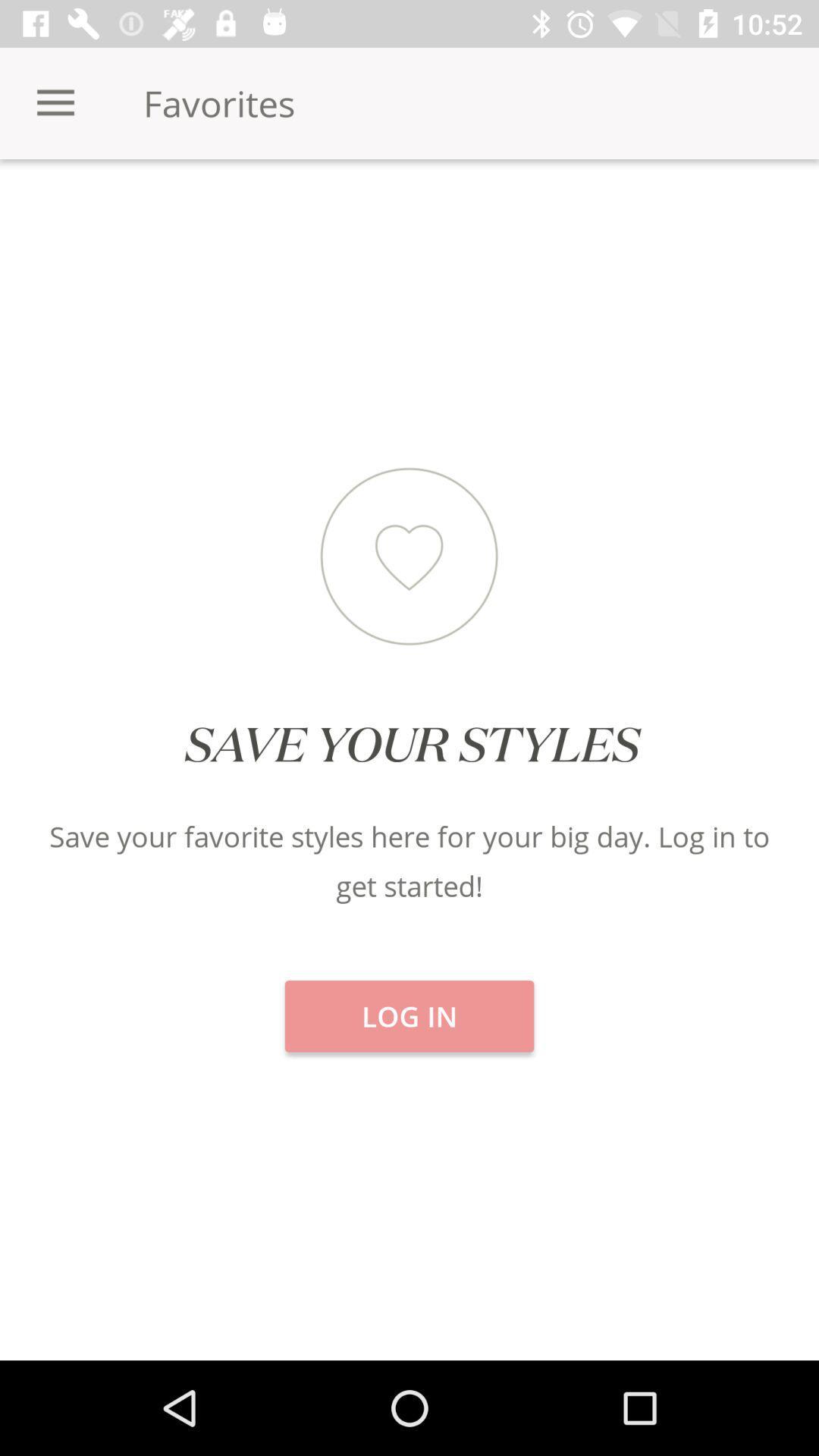 The height and width of the screenshot is (1456, 819). Describe the element at coordinates (409, 212) in the screenshot. I see `the icon above the hello icon` at that location.